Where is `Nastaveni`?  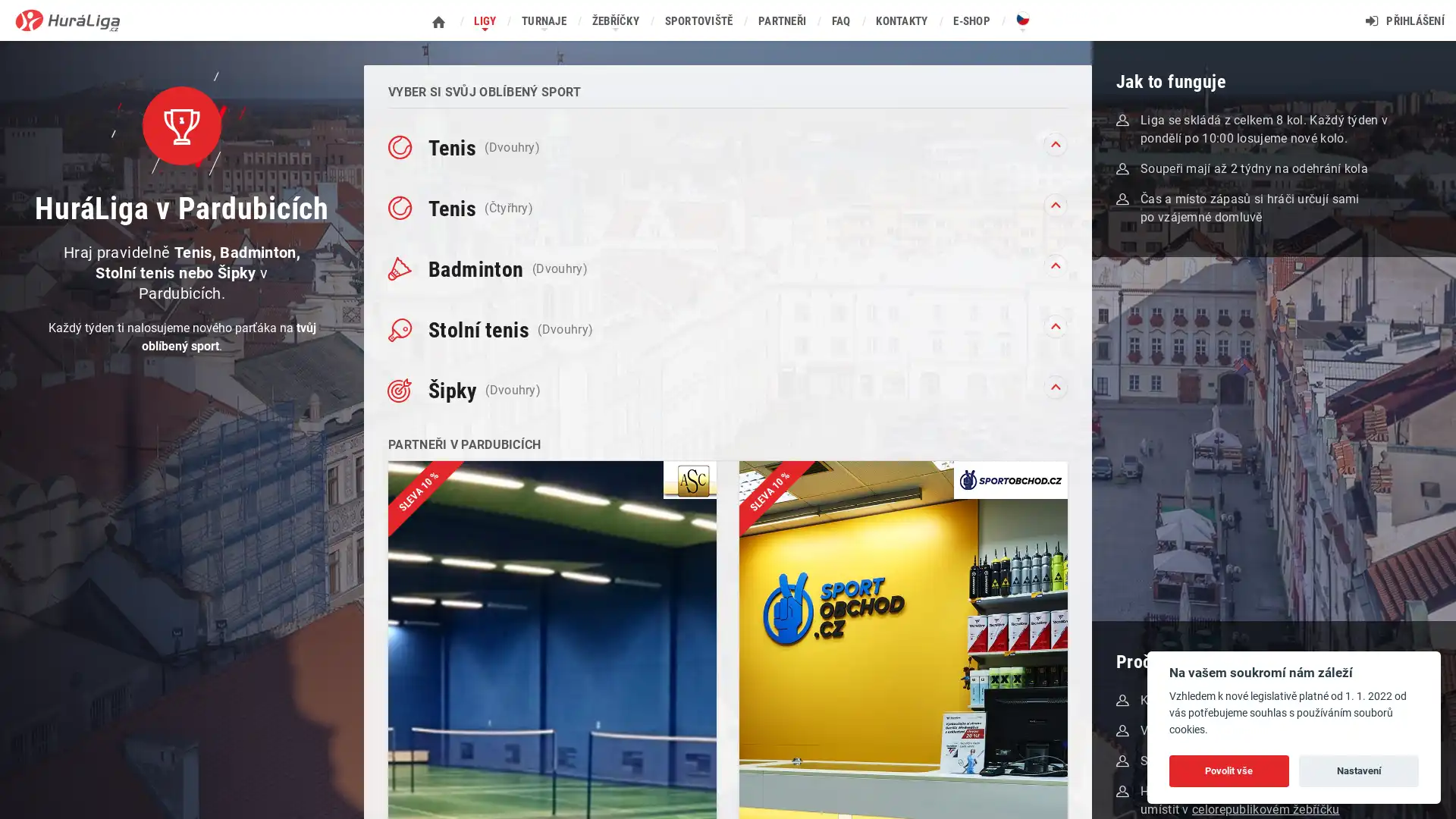
Nastaveni is located at coordinates (1358, 770).